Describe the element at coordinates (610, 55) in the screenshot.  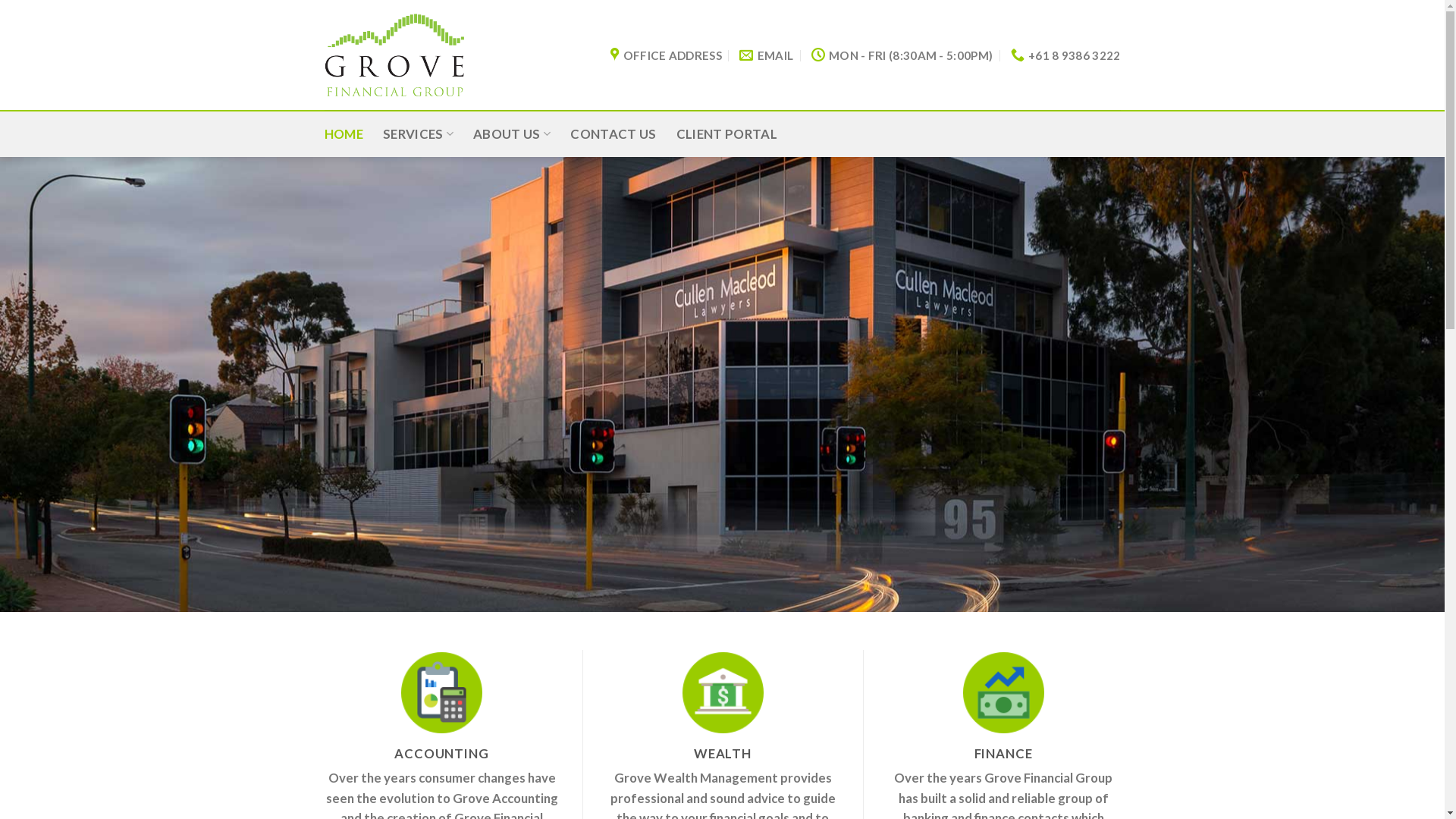
I see `'OFFICE ADDRESS'` at that location.